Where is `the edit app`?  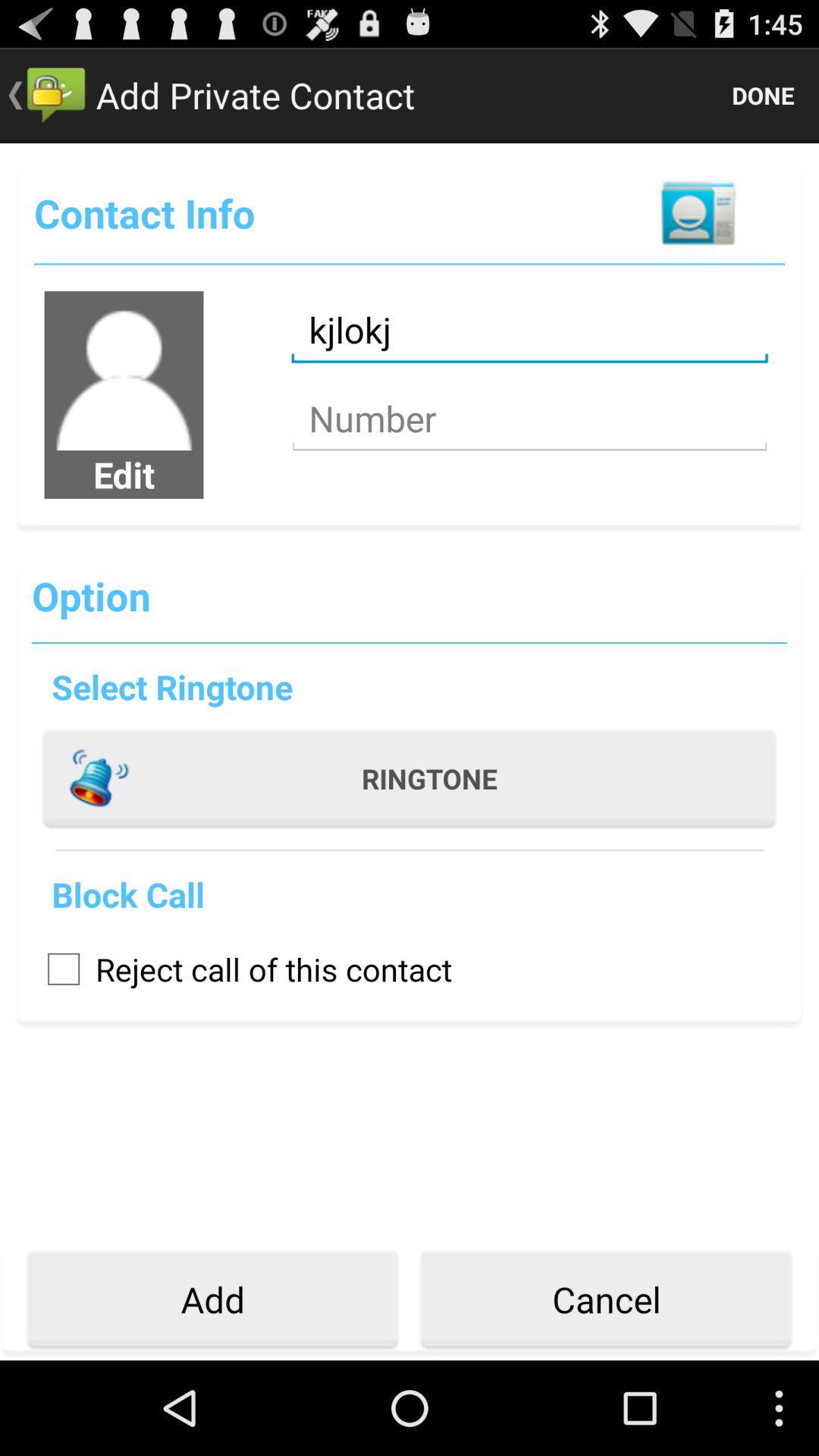
the edit app is located at coordinates (123, 473).